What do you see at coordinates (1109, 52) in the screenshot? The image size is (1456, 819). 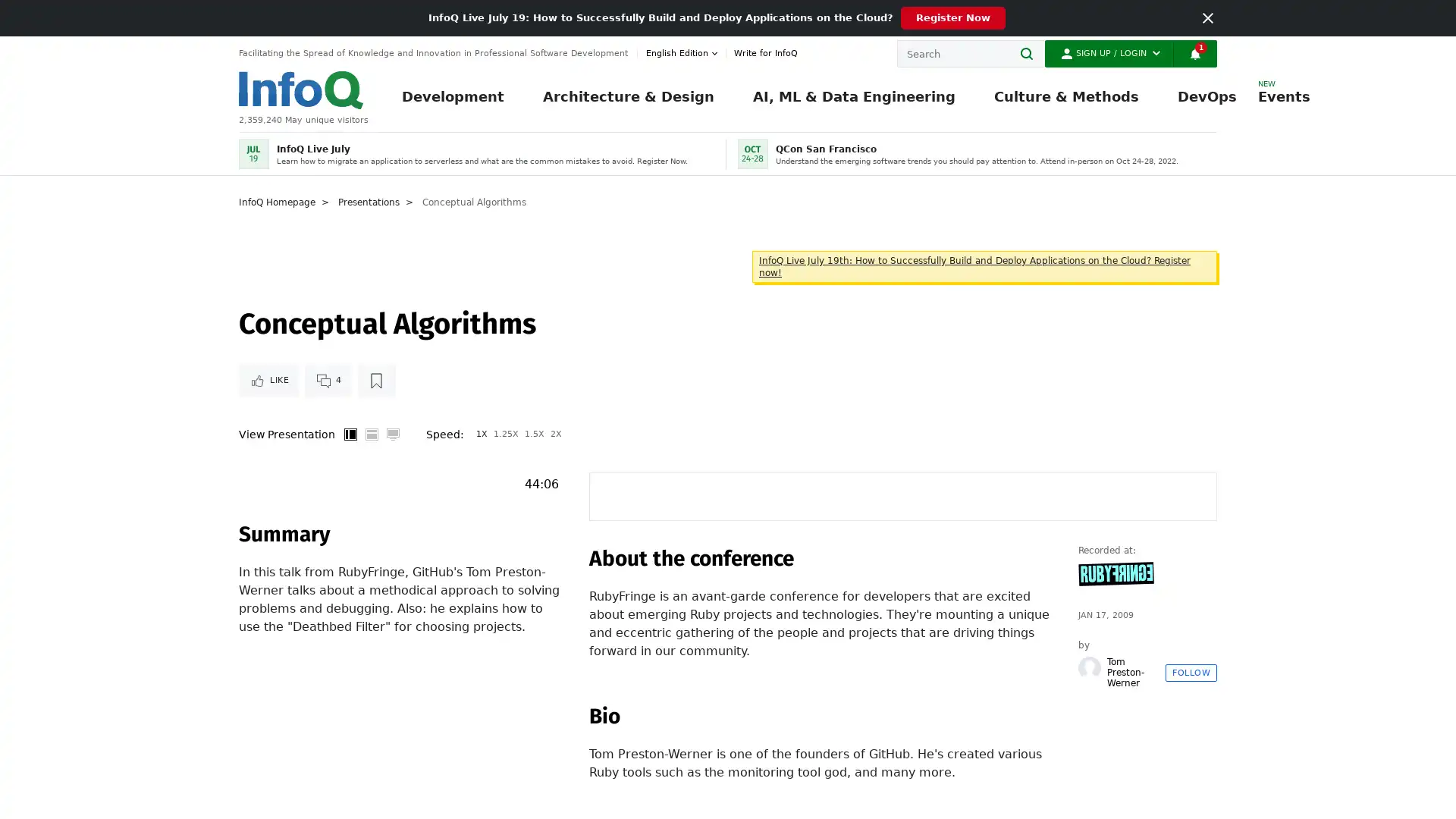 I see `Sign Up / Login` at bounding box center [1109, 52].